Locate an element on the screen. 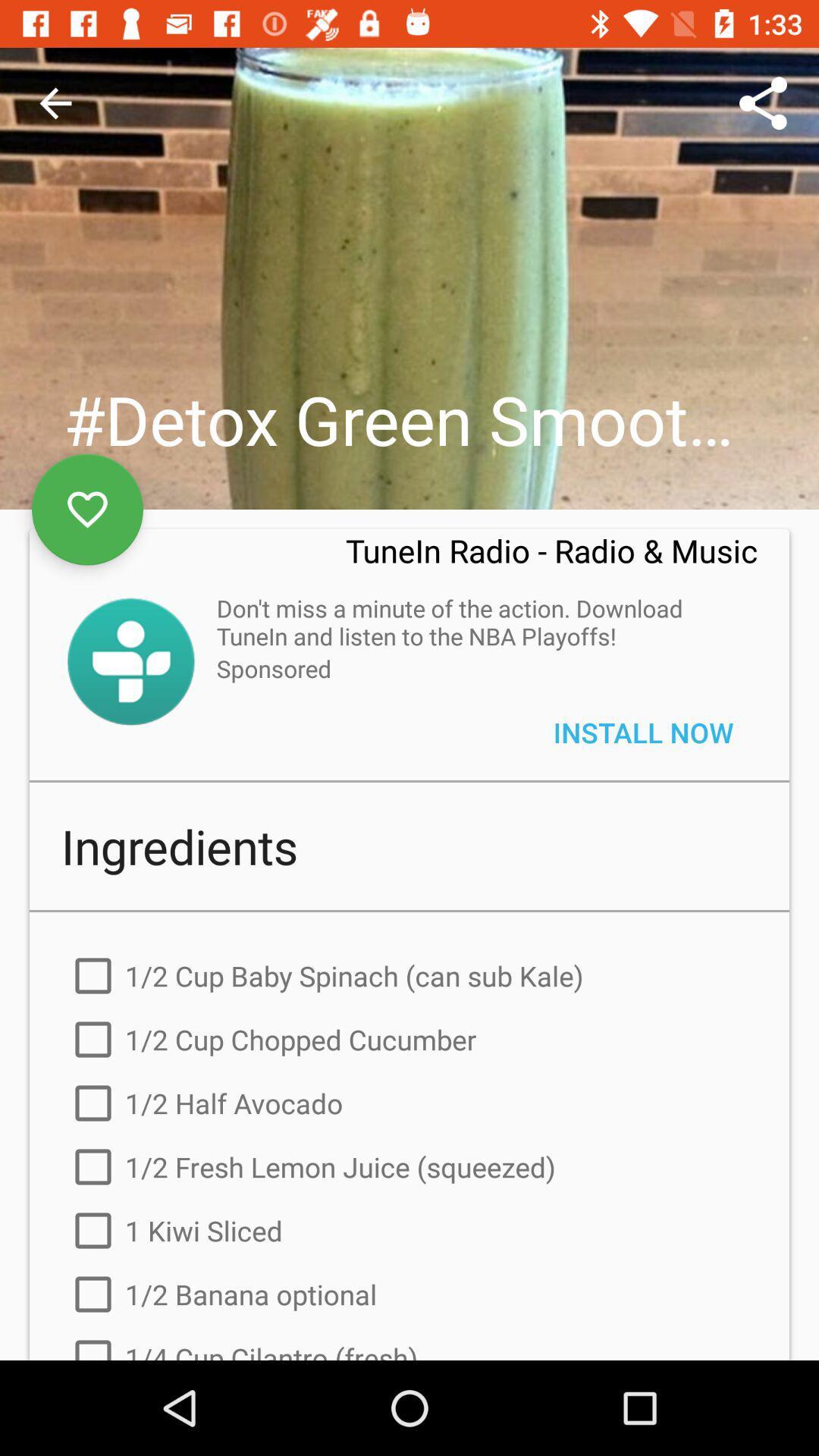 Image resolution: width=819 pixels, height=1456 pixels. the install now item is located at coordinates (643, 732).